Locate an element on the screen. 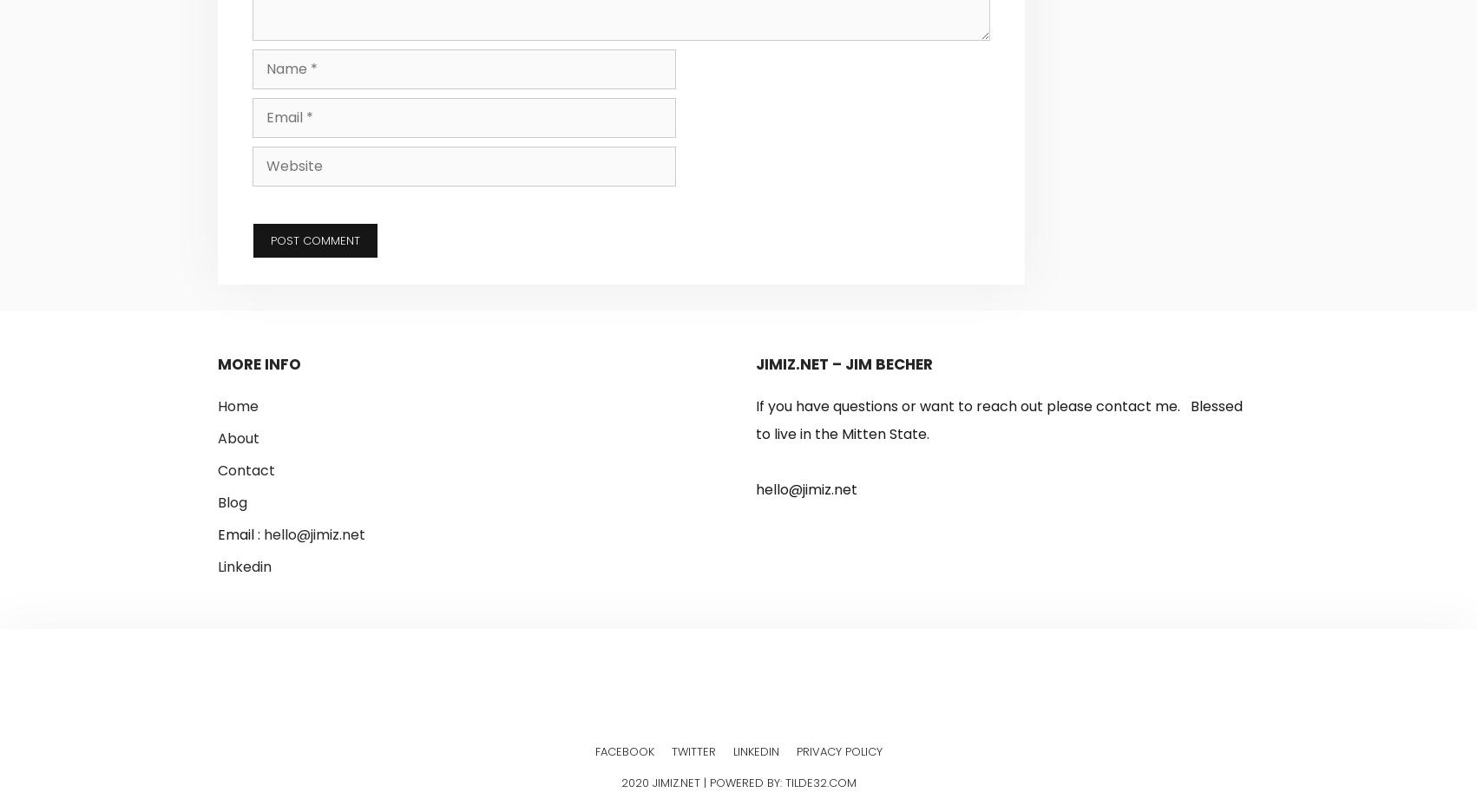  'If you have questions or want to reach out please contact me.   Blessed to live in the Mitten State.' is located at coordinates (999, 418).